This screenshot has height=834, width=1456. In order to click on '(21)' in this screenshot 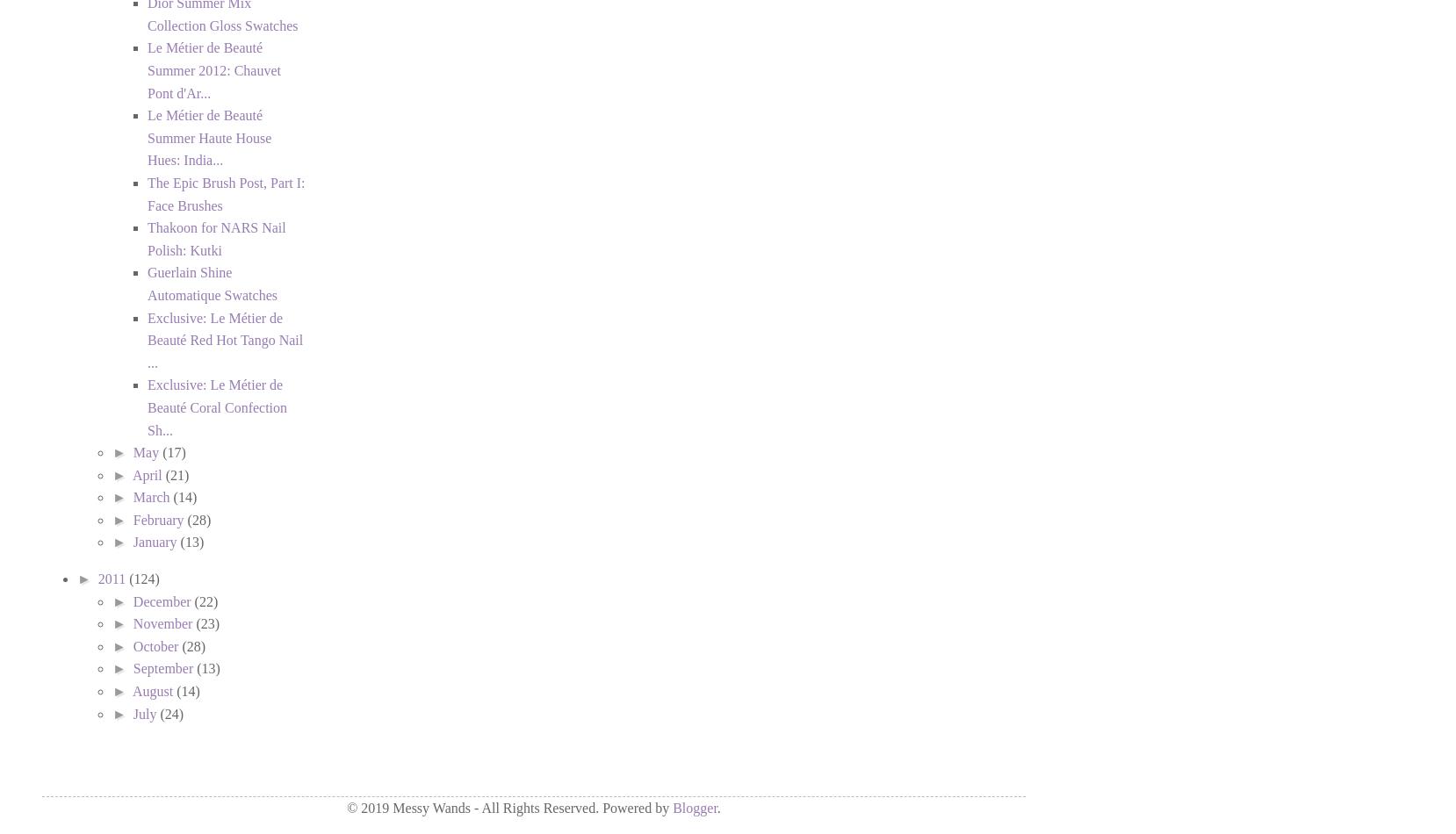, I will do `click(177, 474)`.